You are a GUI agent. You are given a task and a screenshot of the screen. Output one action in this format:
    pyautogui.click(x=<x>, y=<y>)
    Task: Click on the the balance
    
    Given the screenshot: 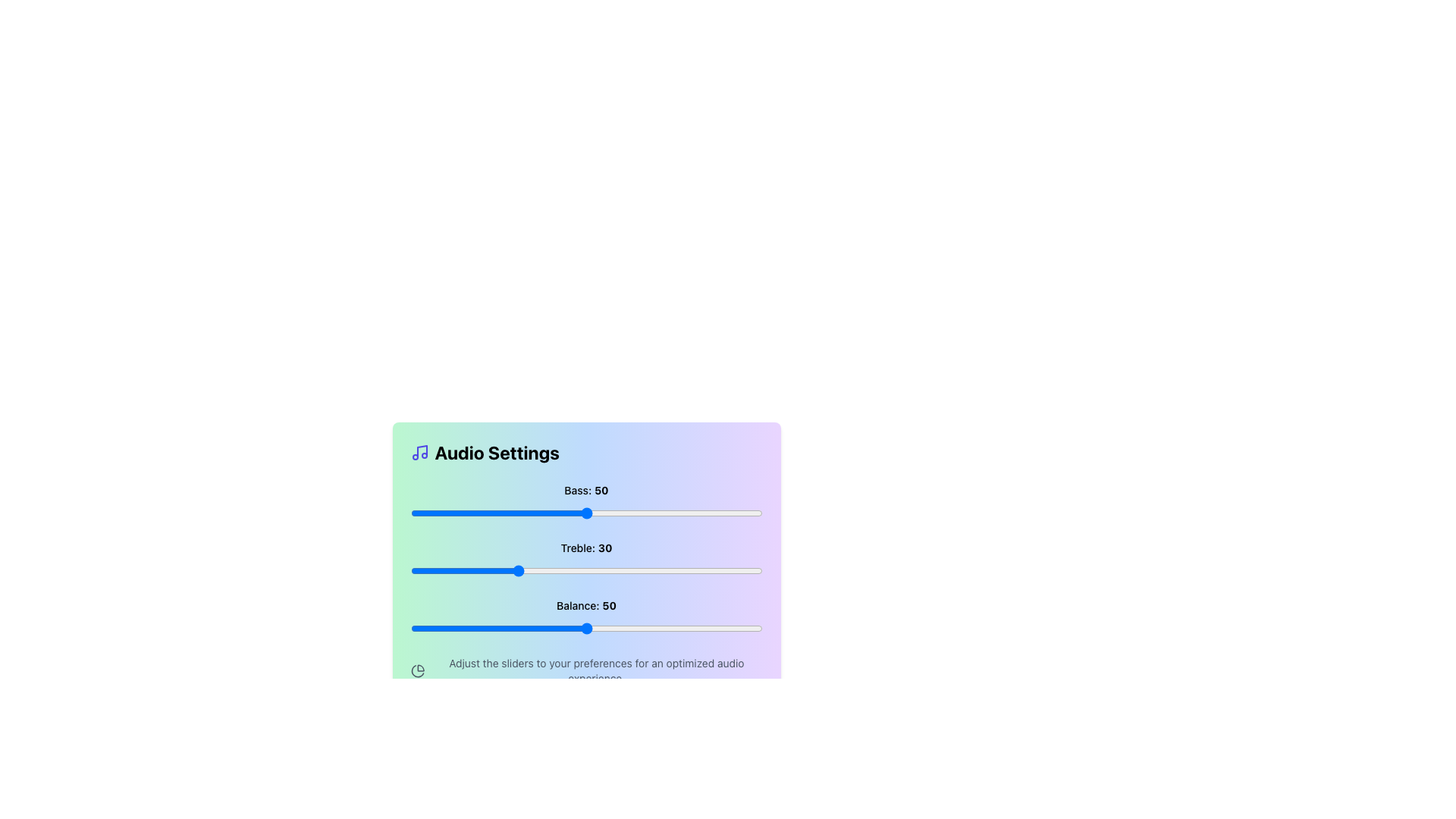 What is the action you would take?
    pyautogui.click(x=585, y=629)
    